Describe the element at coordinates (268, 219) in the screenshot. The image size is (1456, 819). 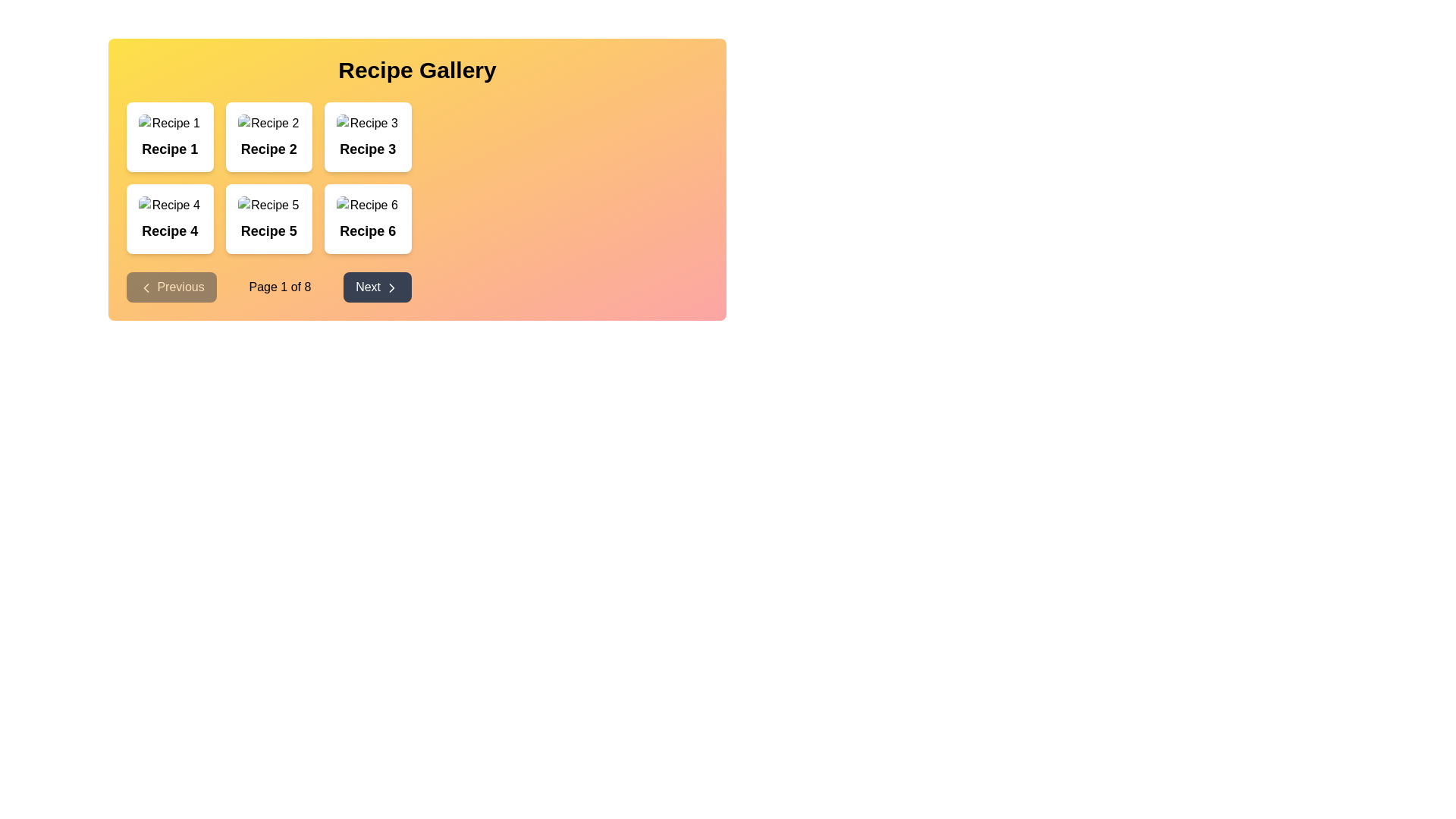
I see `image on the Informational card component titled 'Recipe 5', which has a white background and rounded corners, located in the second column of the second row in the grid layout` at that location.